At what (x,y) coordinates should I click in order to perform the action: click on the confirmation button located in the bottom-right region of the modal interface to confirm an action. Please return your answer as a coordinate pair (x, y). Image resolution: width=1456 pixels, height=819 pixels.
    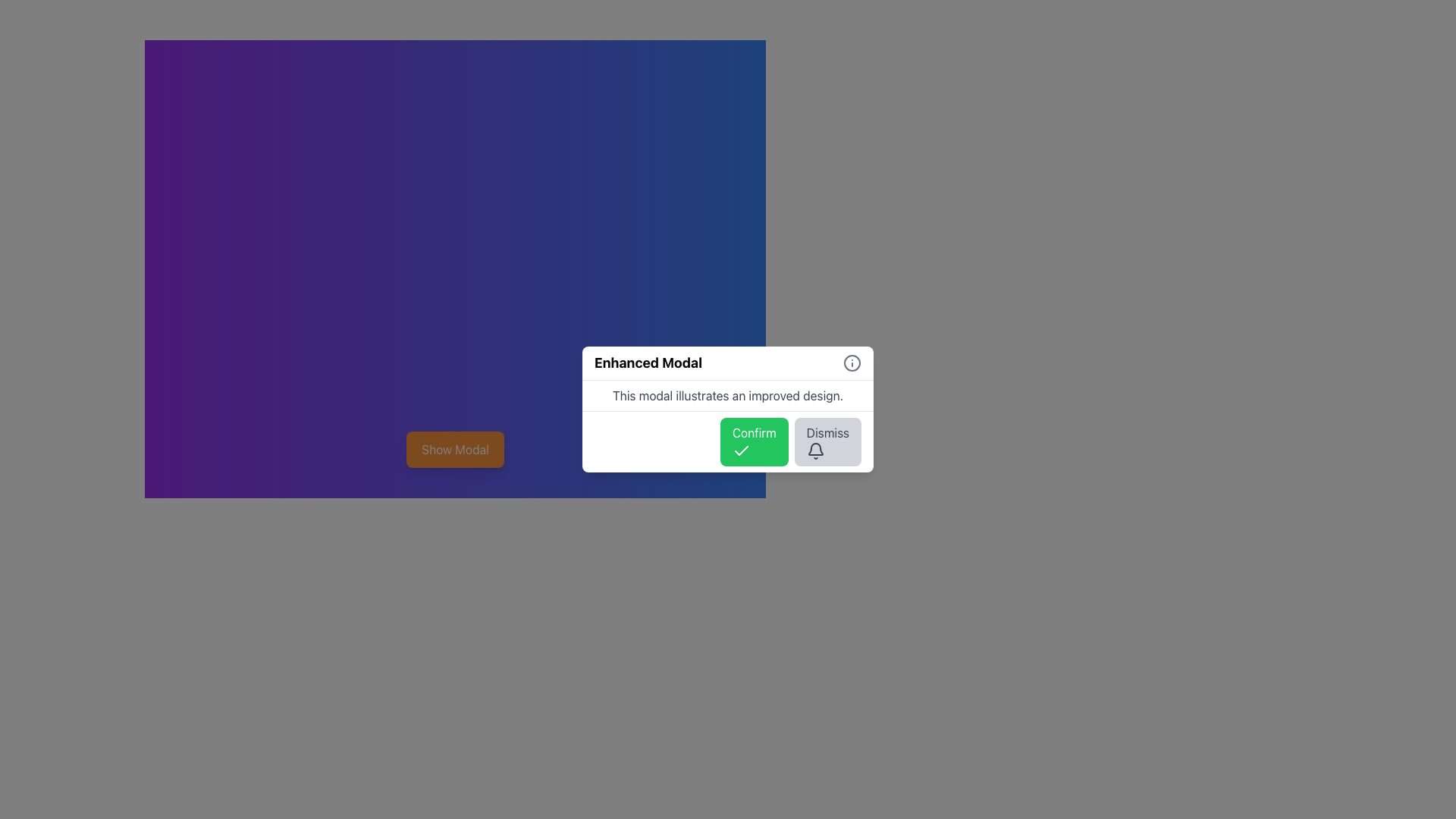
    Looking at the image, I should click on (754, 441).